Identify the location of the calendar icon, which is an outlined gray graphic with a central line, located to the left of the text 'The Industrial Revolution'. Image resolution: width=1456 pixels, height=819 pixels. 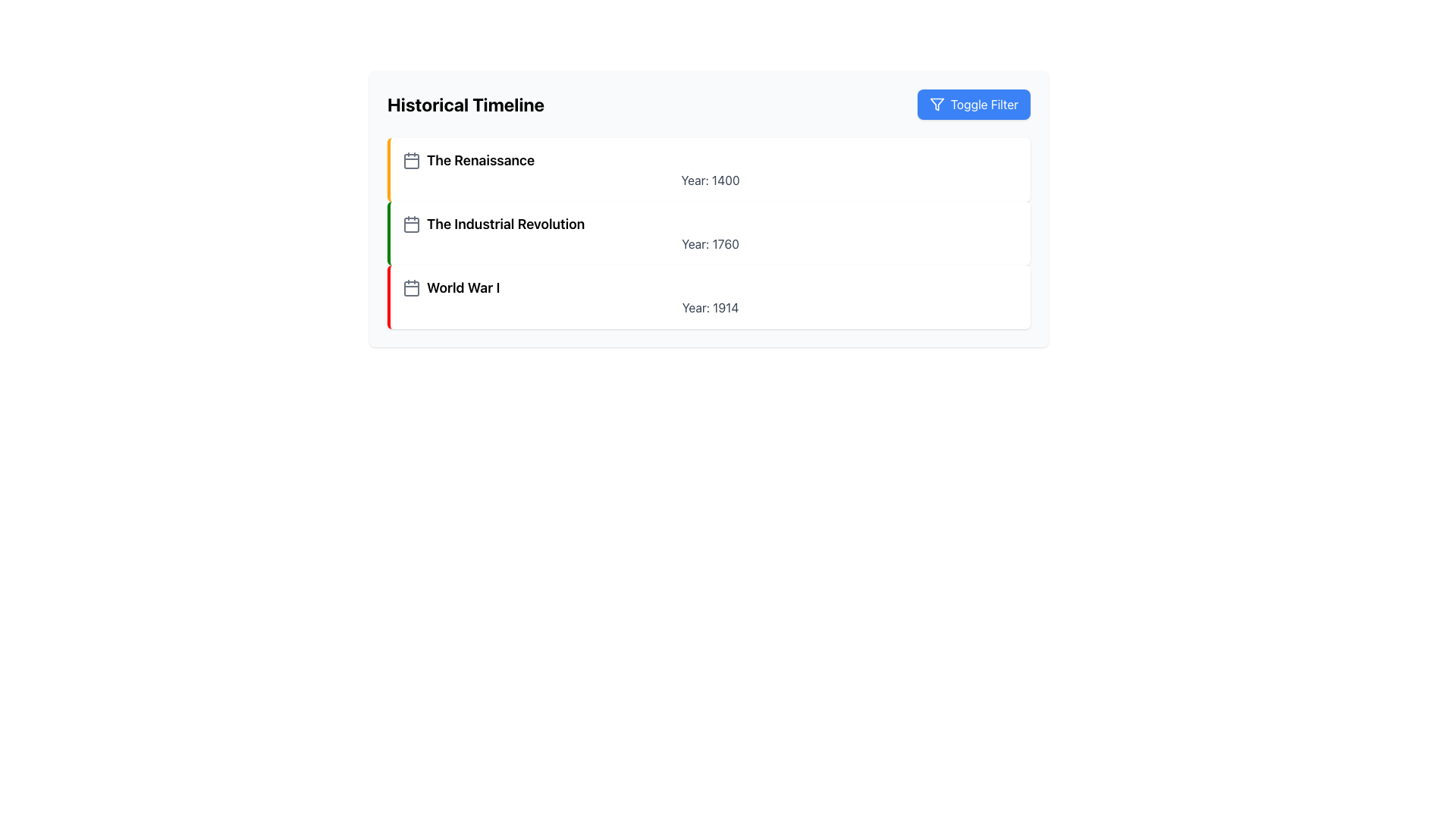
(411, 224).